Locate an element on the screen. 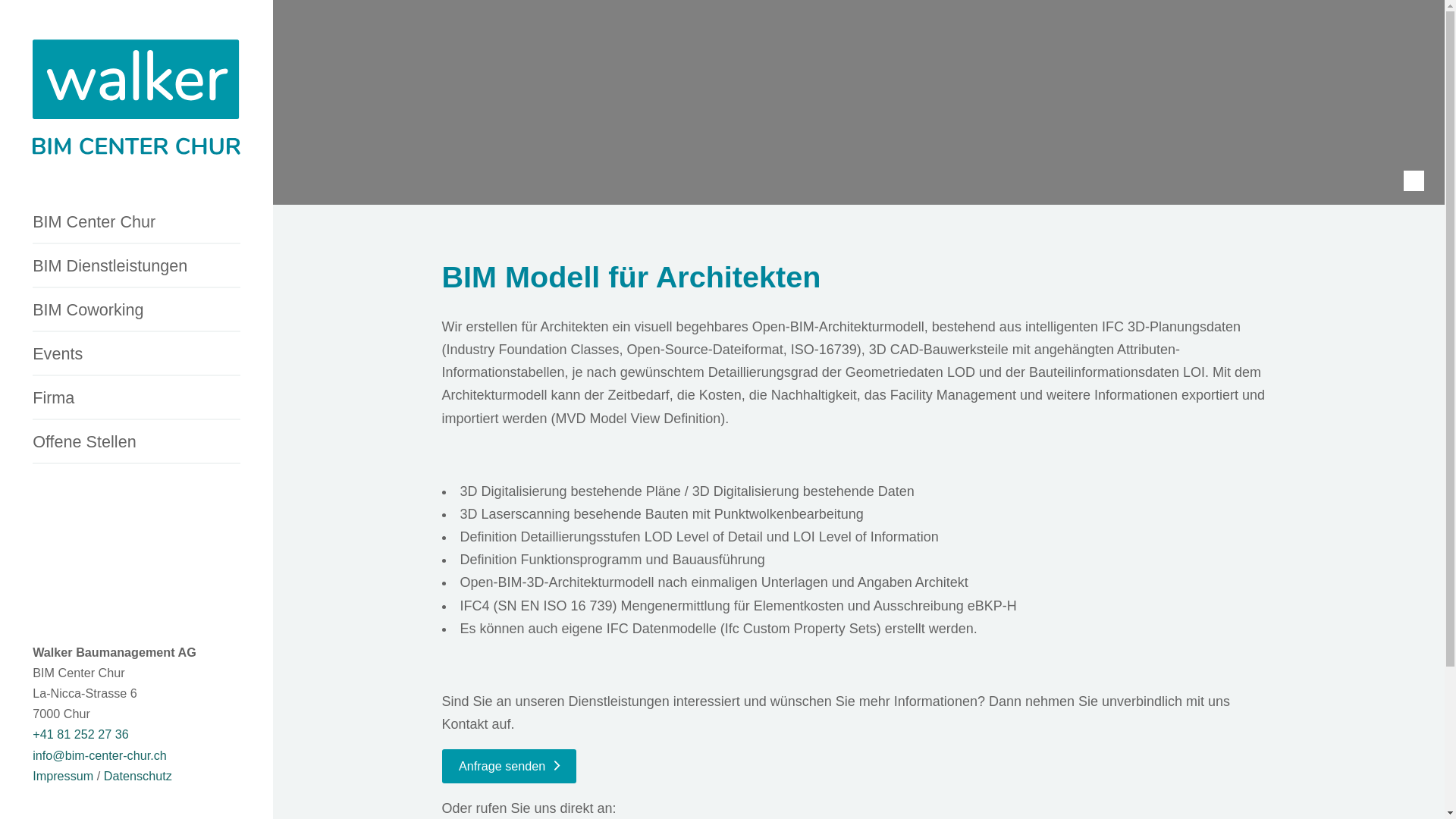 The height and width of the screenshot is (819, 1456). 'Events' is located at coordinates (136, 354).